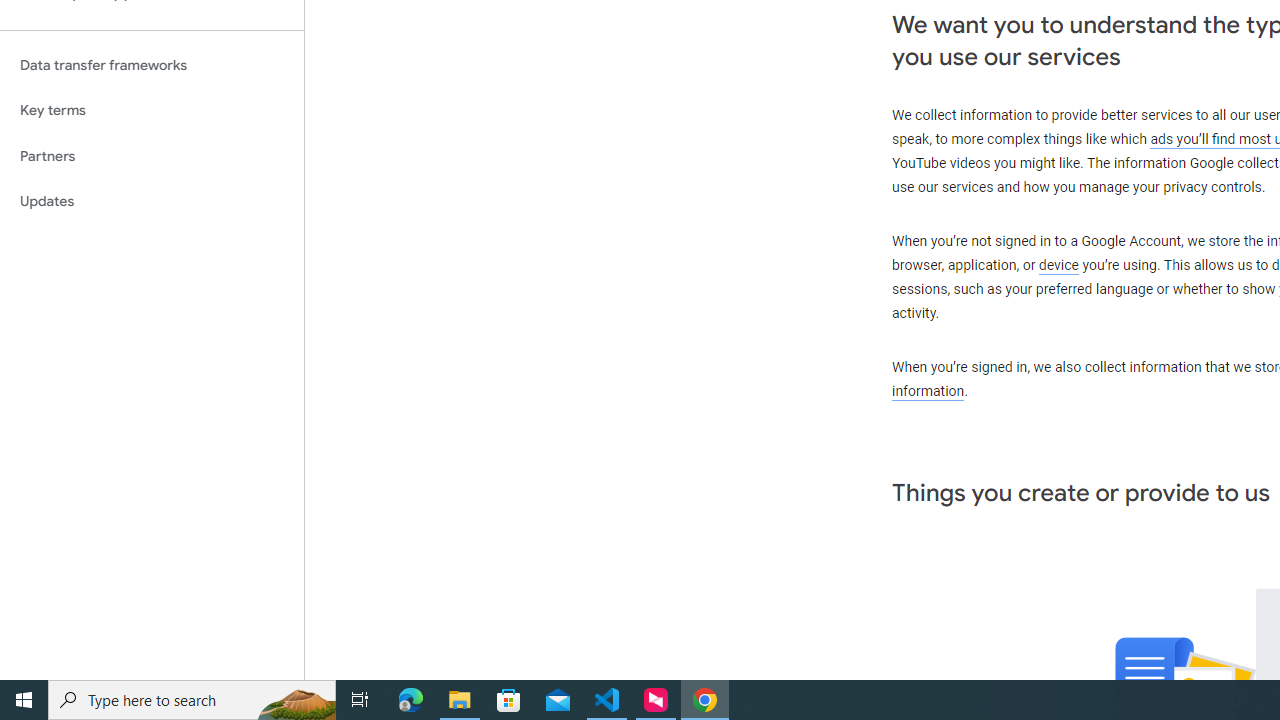  I want to click on 'Key terms', so click(151, 110).